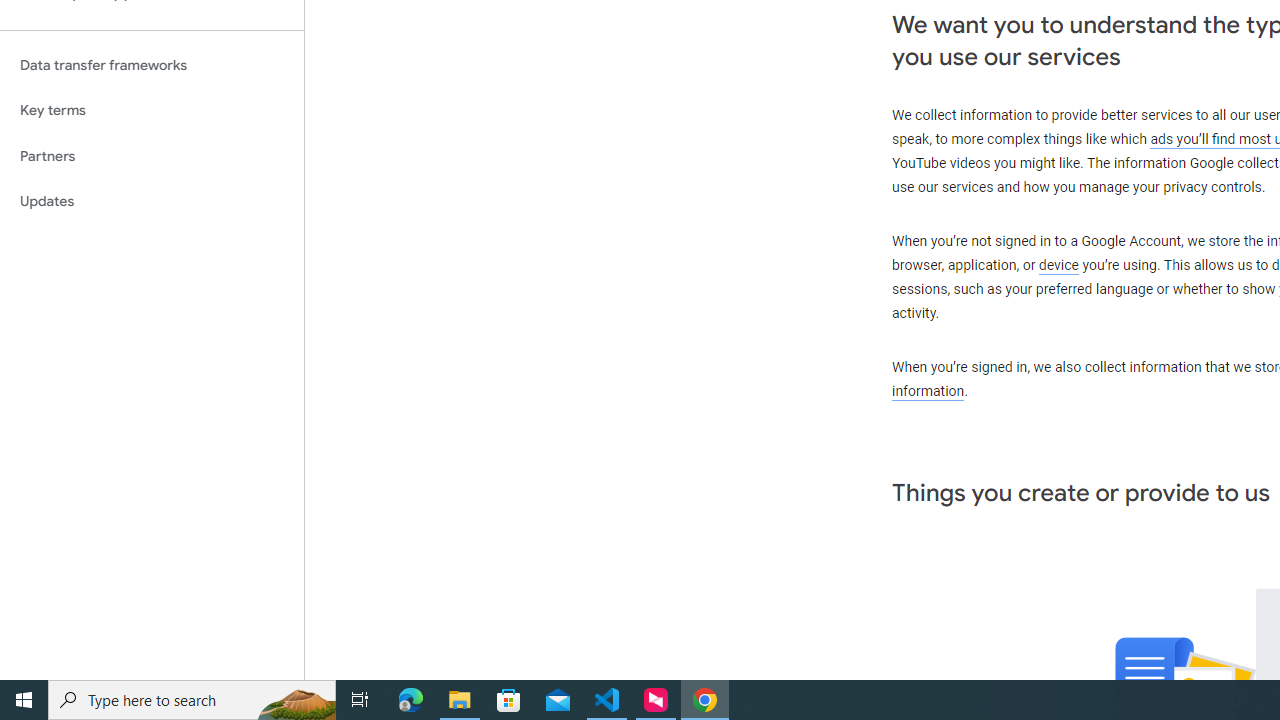  I want to click on 'Key terms', so click(151, 110).